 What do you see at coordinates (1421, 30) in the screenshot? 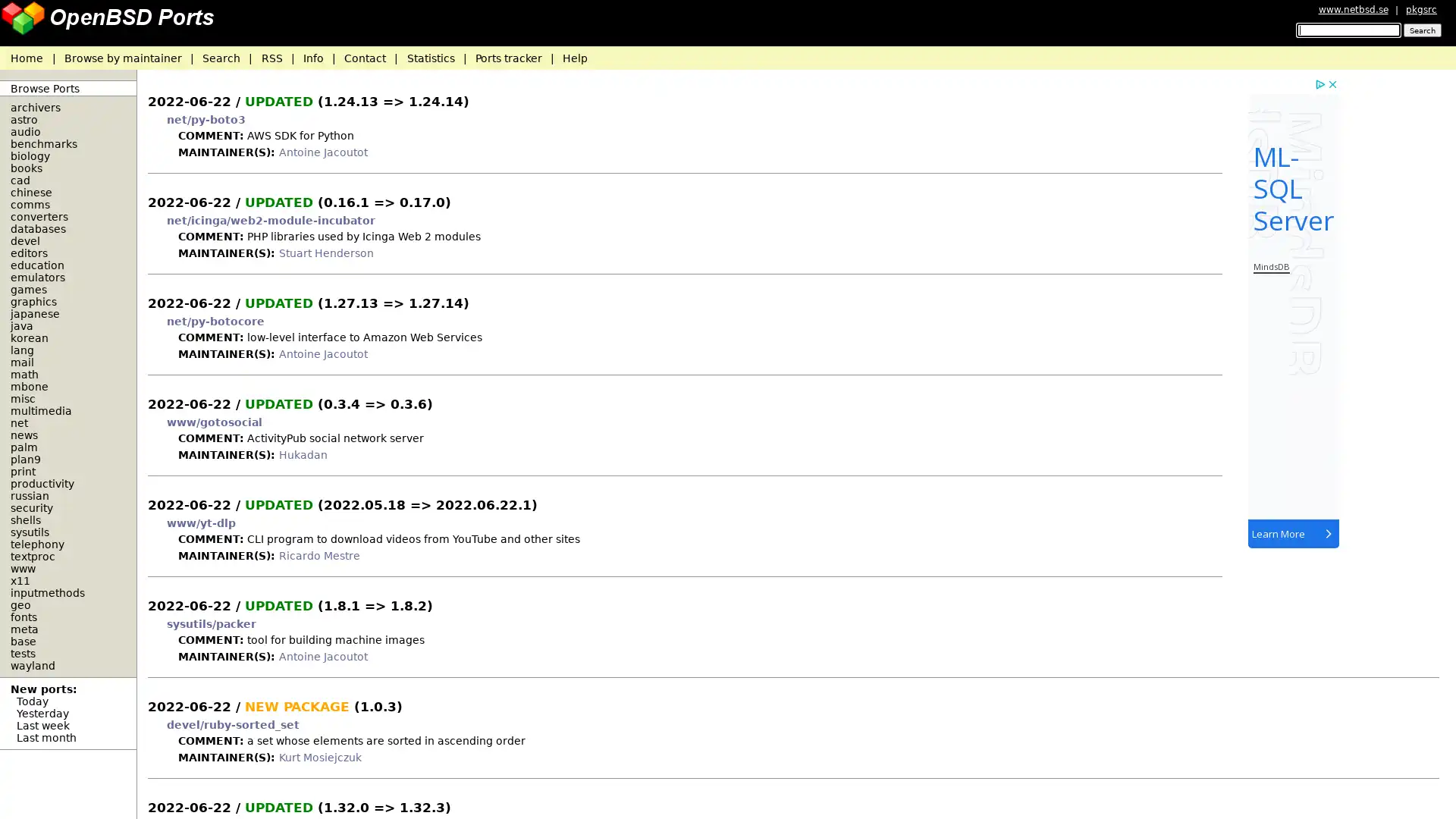
I see `Search` at bounding box center [1421, 30].